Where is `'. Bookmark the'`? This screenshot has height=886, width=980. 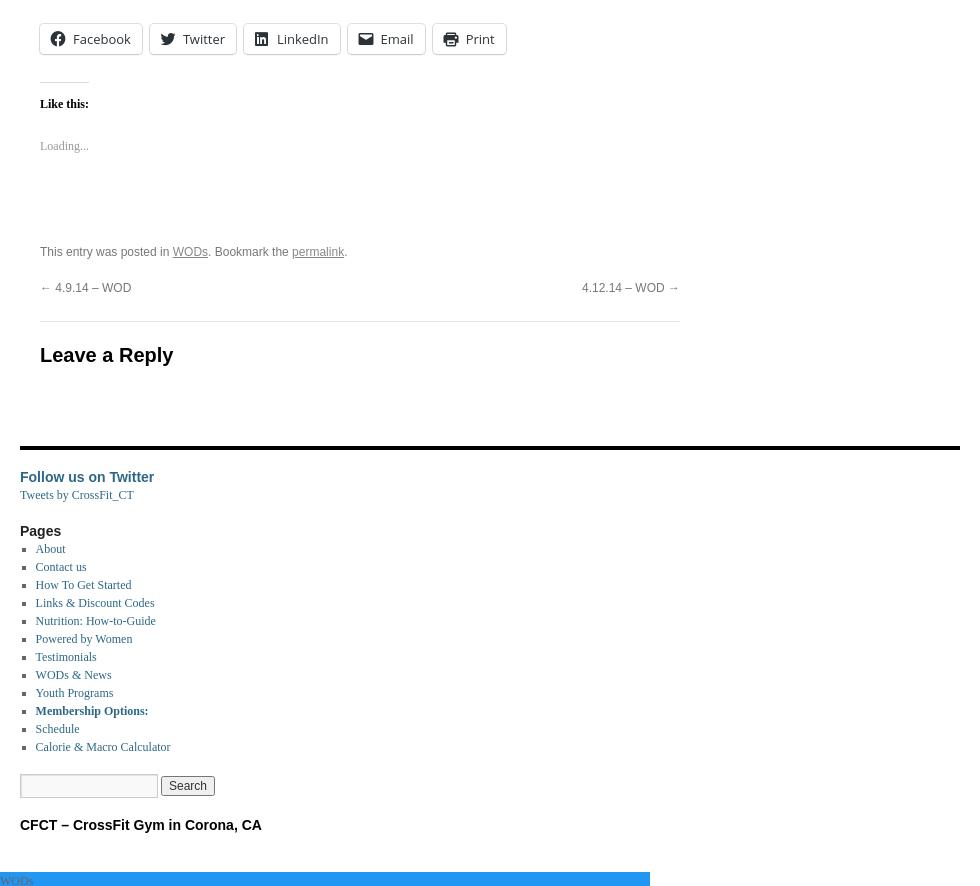
'. Bookmark the' is located at coordinates (249, 250).